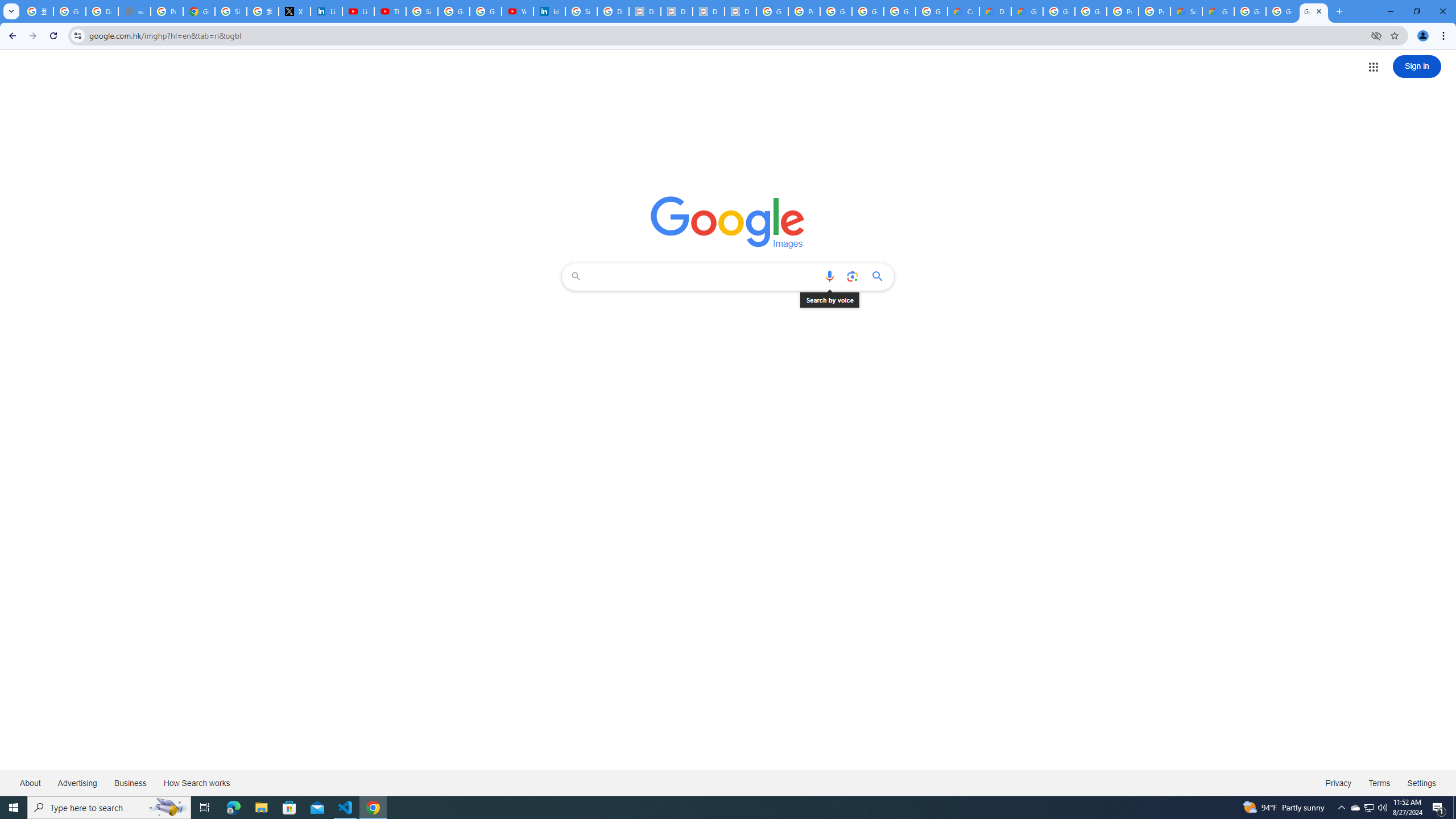  Describe the element at coordinates (1282, 11) in the screenshot. I see `'Google Cloud Platform'` at that location.